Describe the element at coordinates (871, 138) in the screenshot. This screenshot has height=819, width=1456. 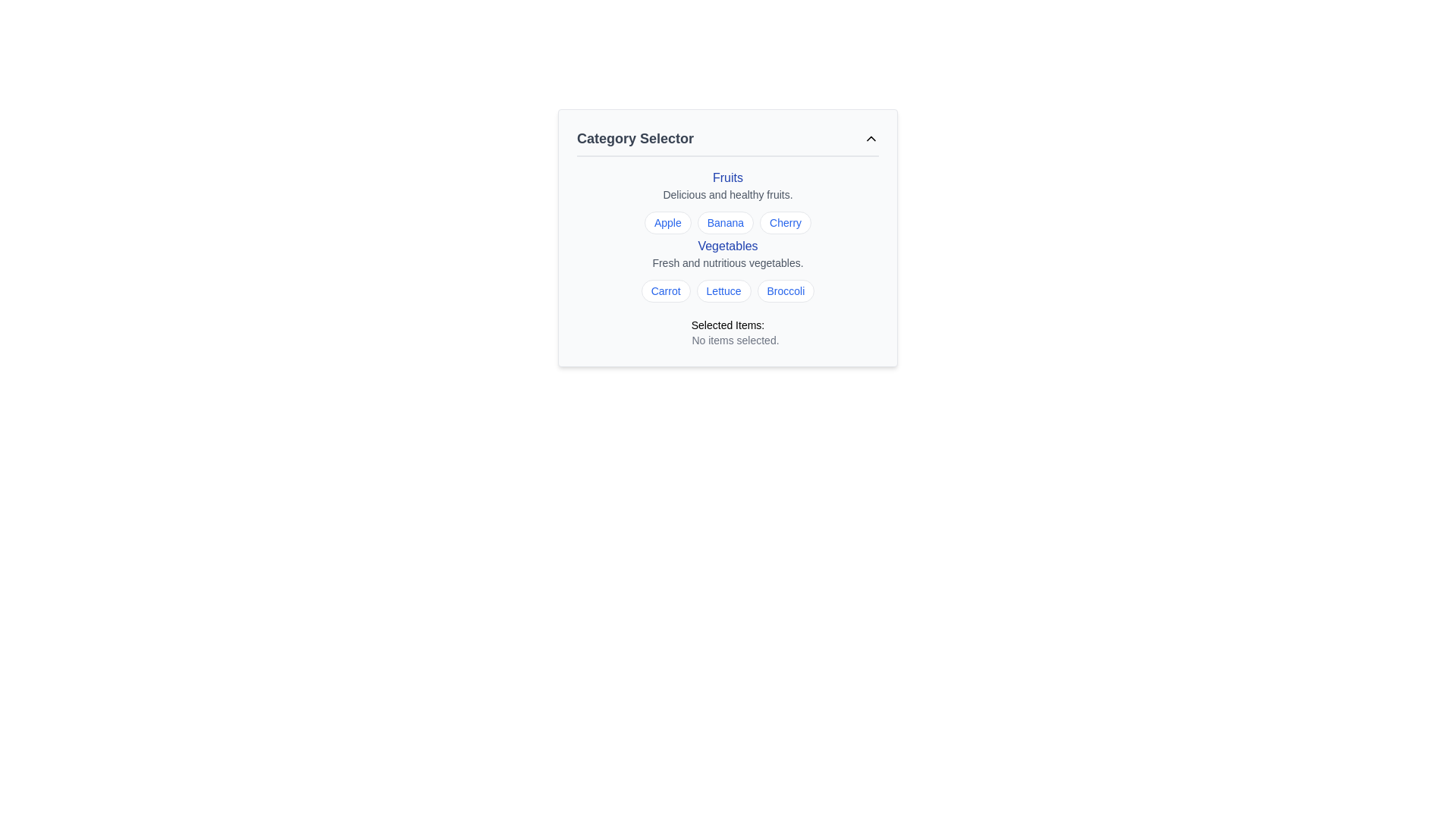
I see `the chevron icon in the top-right corner of the 'Category Selector' header section` at that location.